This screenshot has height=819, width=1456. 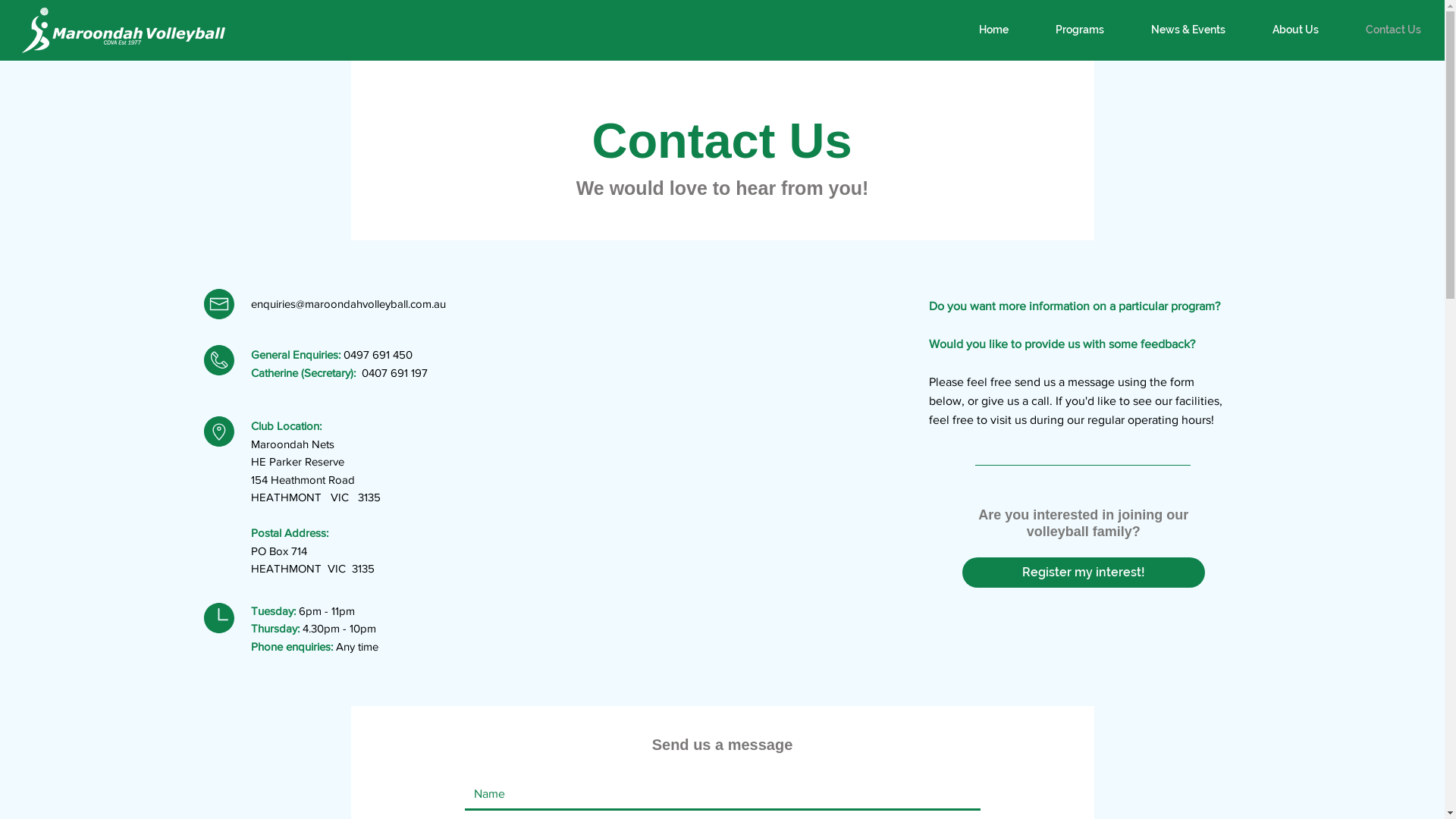 I want to click on 'enquiries@maroondahvolleyball.com.au', so click(x=347, y=303).